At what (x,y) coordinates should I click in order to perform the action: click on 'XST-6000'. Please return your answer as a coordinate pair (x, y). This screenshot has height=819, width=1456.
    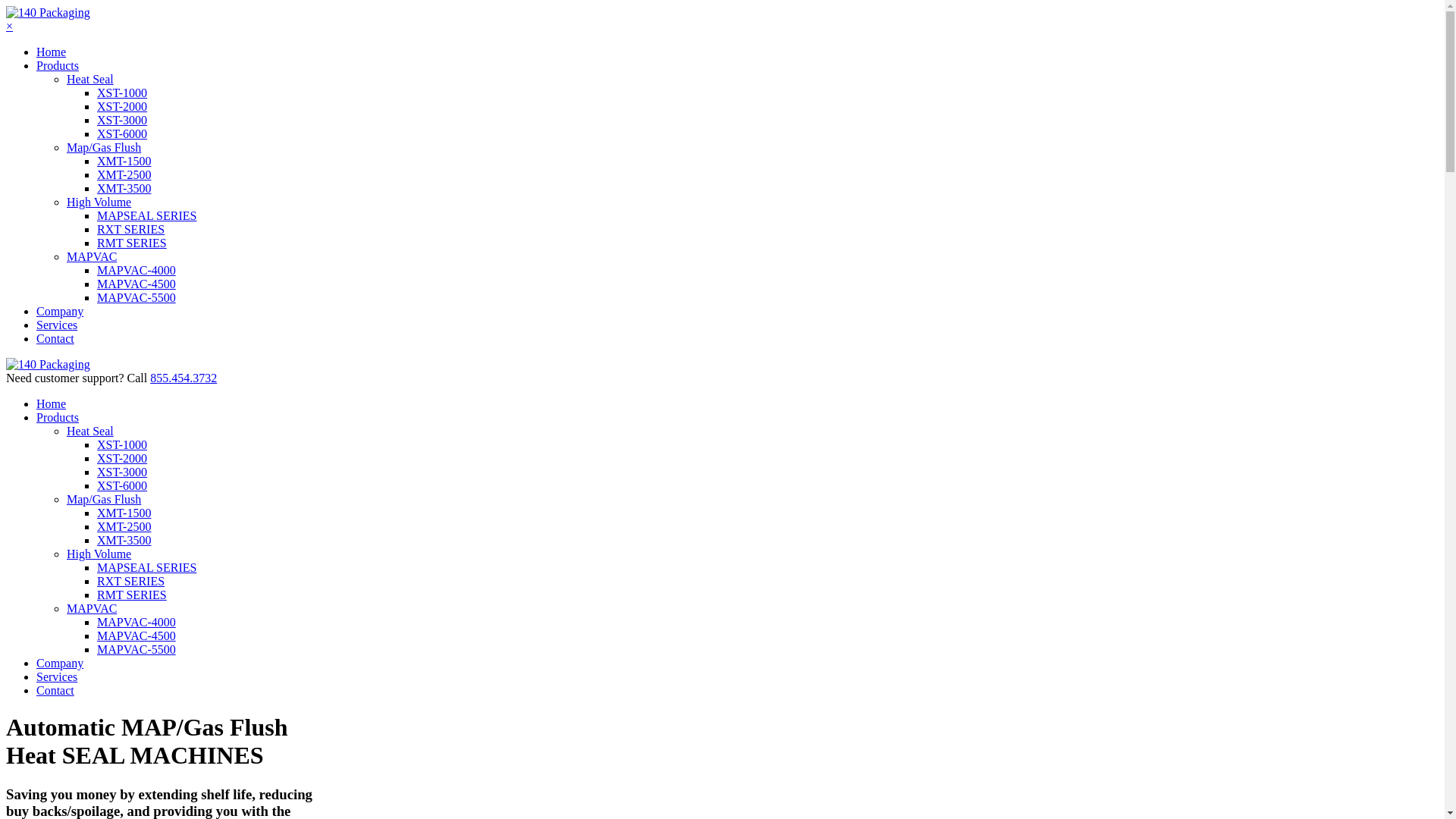
    Looking at the image, I should click on (96, 485).